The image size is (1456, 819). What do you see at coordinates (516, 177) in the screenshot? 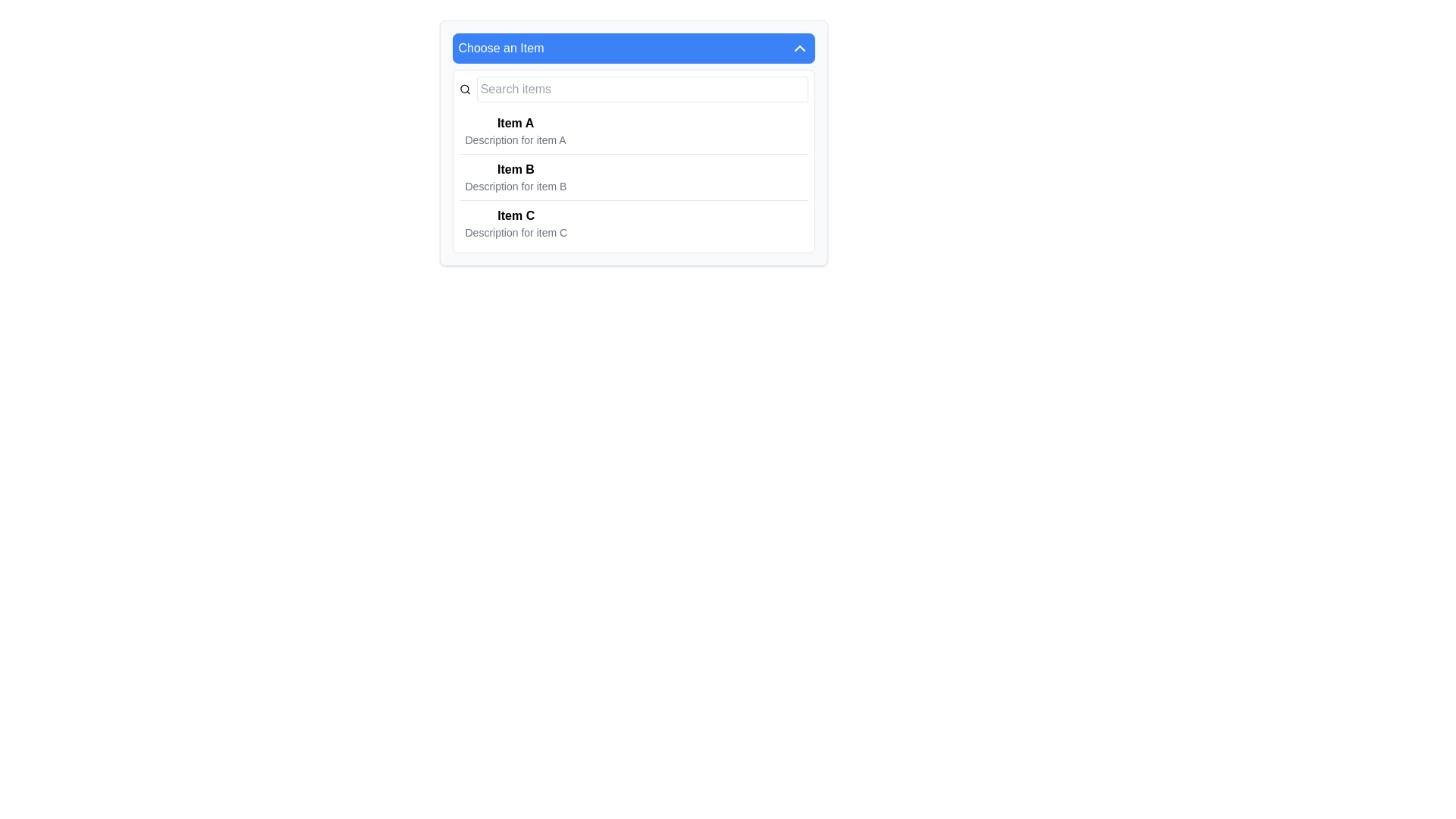
I see `the list item containing the bold title 'Item B' and the description 'Description for item B'` at bounding box center [516, 177].